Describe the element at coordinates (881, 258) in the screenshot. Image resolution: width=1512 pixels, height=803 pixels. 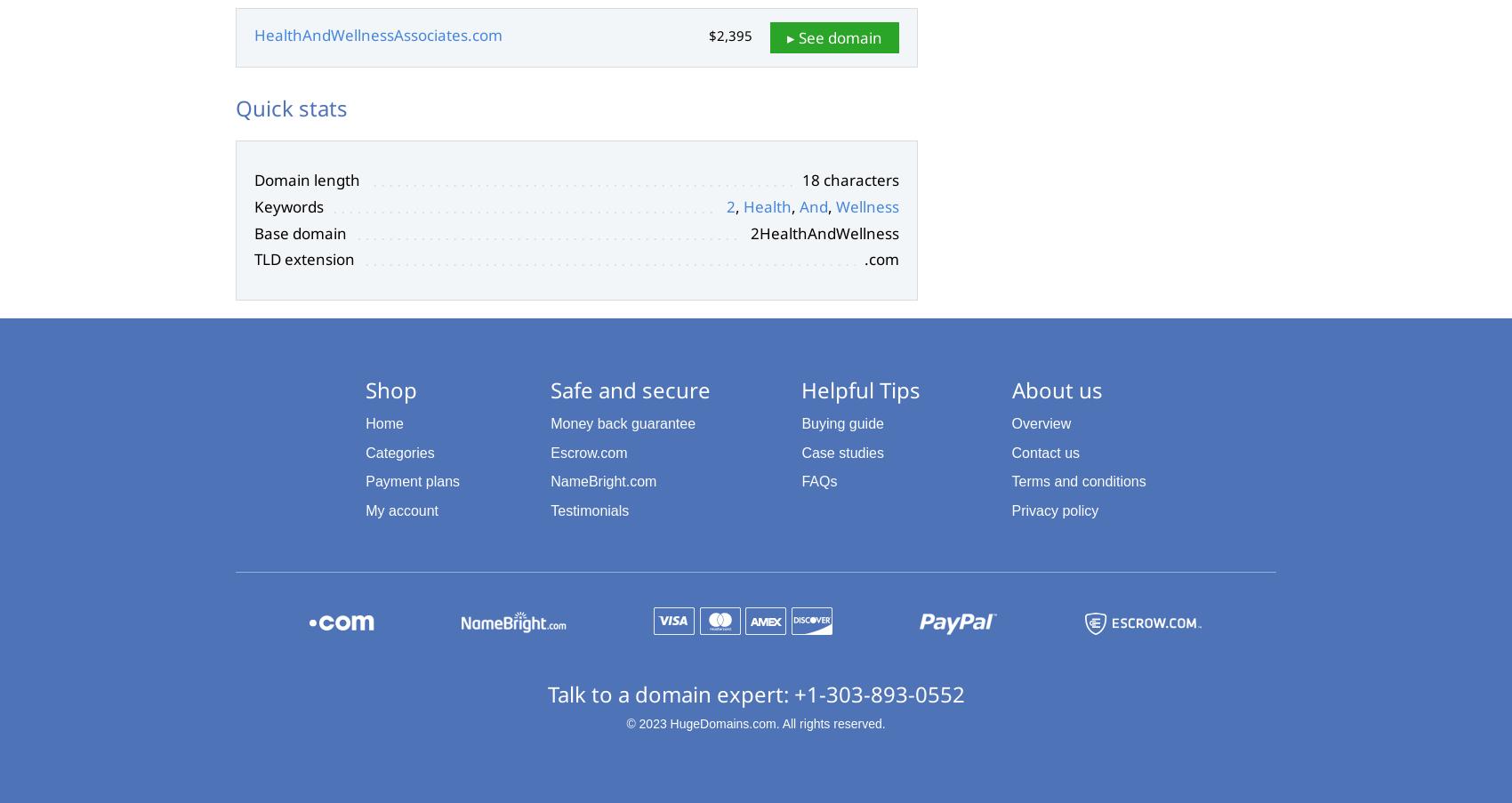
I see `'.com'` at that location.